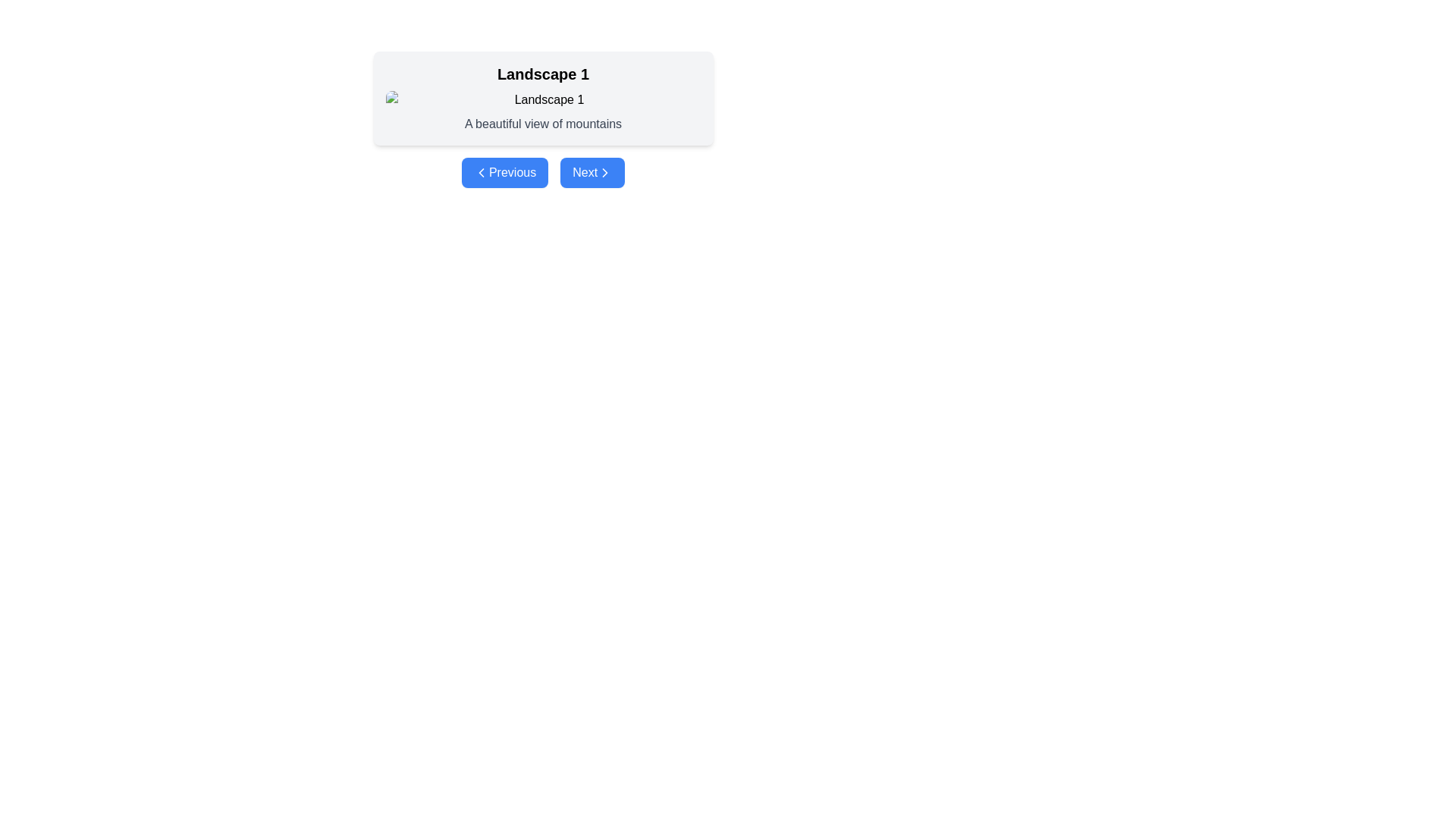  I want to click on the 'Previous' button, which is a rectangular button with white text on a blue background and a leftward-pointing arrow icon, so click(505, 171).